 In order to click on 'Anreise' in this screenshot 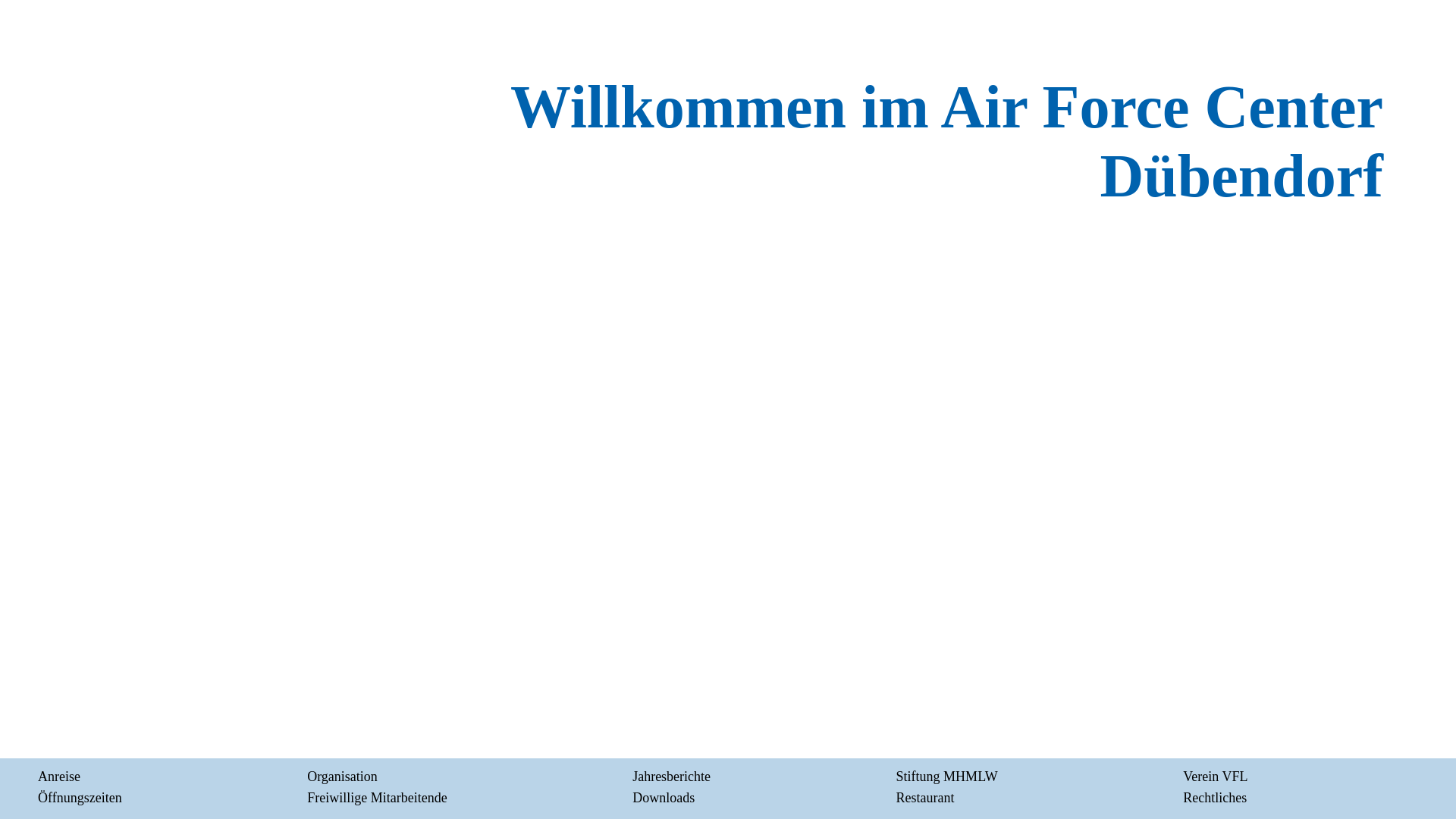, I will do `click(58, 776)`.